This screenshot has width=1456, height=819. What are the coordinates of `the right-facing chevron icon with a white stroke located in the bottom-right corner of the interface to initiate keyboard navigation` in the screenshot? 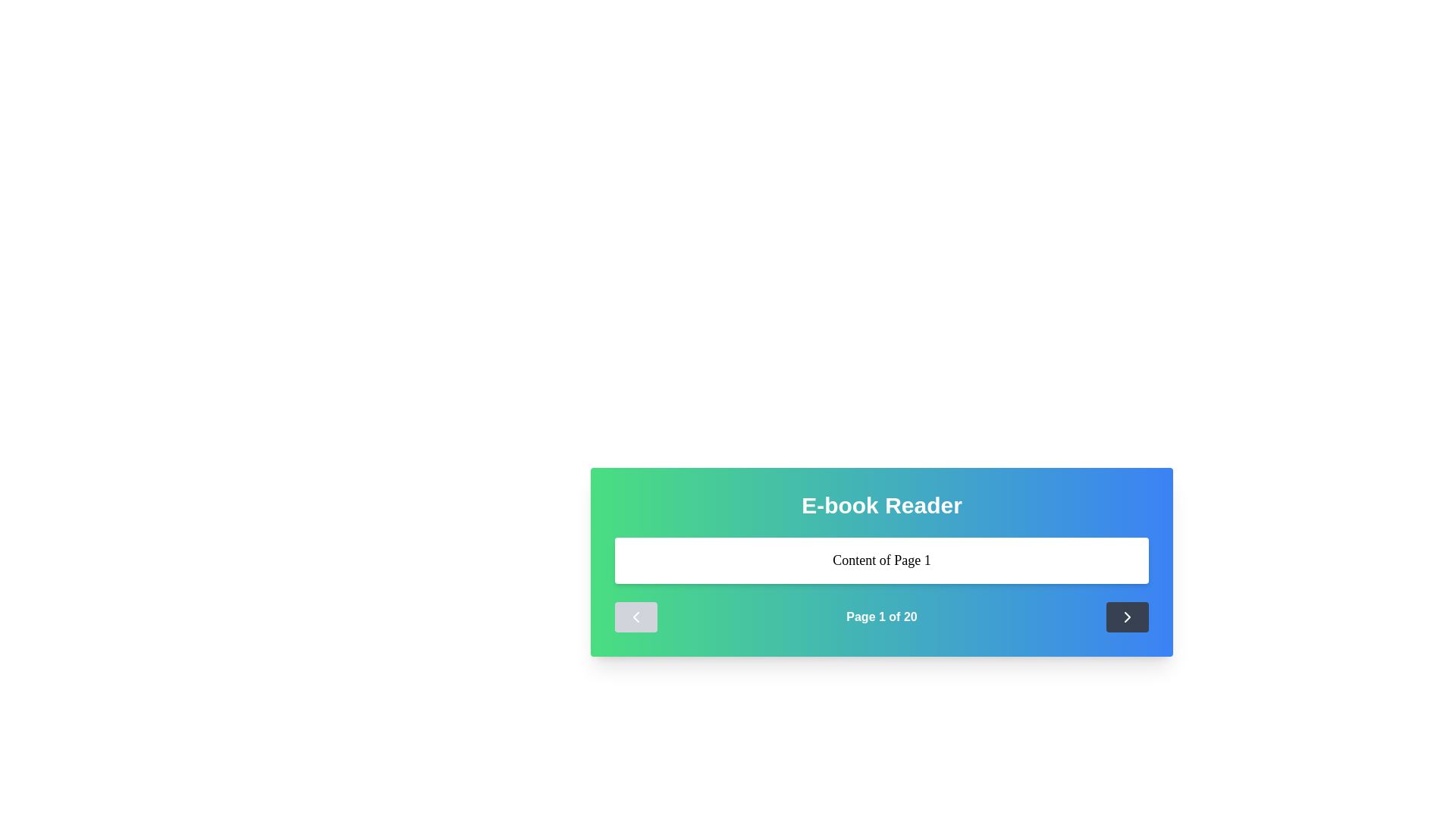 It's located at (1128, 617).